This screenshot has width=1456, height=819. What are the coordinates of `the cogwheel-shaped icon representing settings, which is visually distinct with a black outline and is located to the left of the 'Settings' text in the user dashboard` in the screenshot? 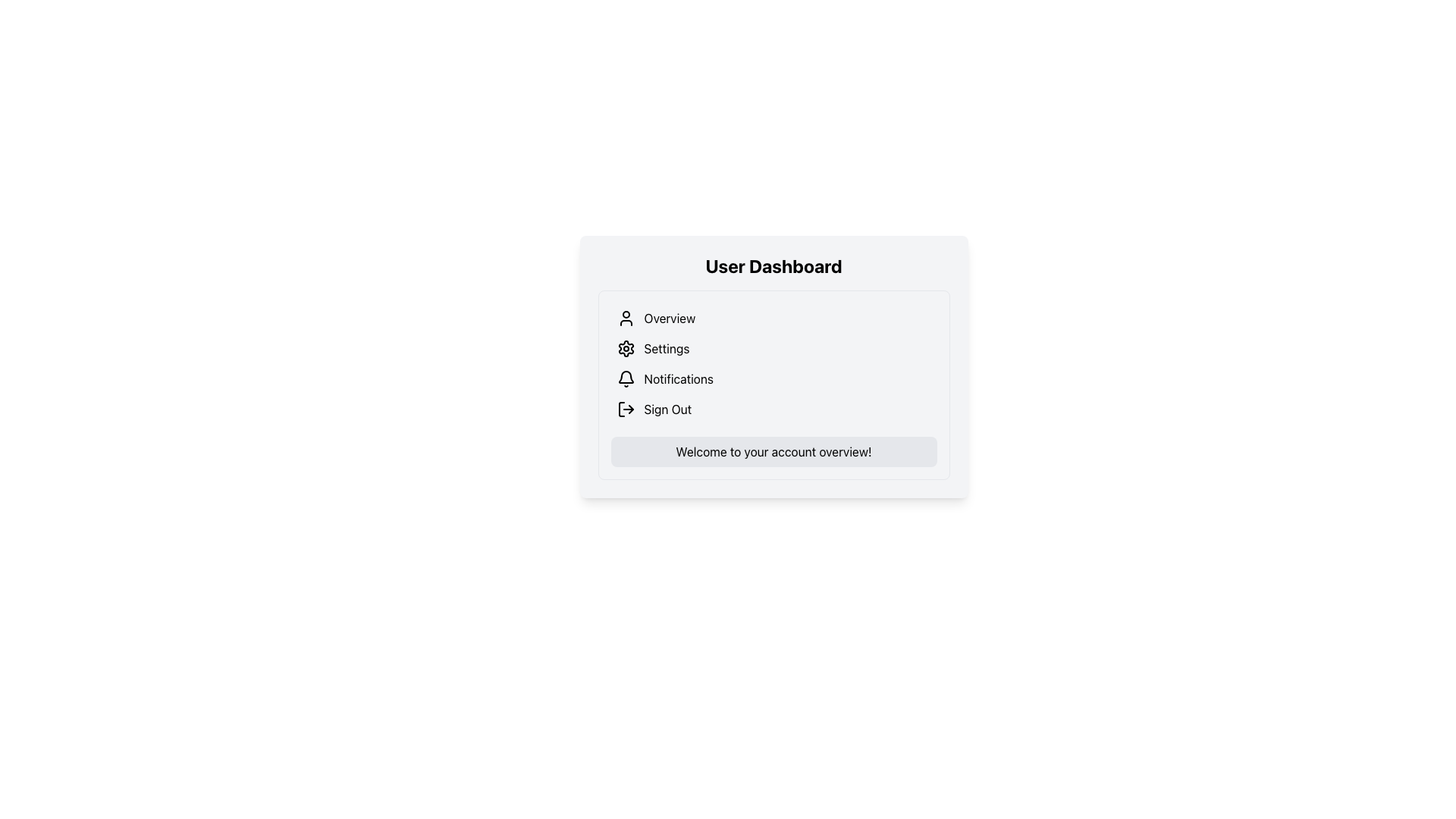 It's located at (626, 348).